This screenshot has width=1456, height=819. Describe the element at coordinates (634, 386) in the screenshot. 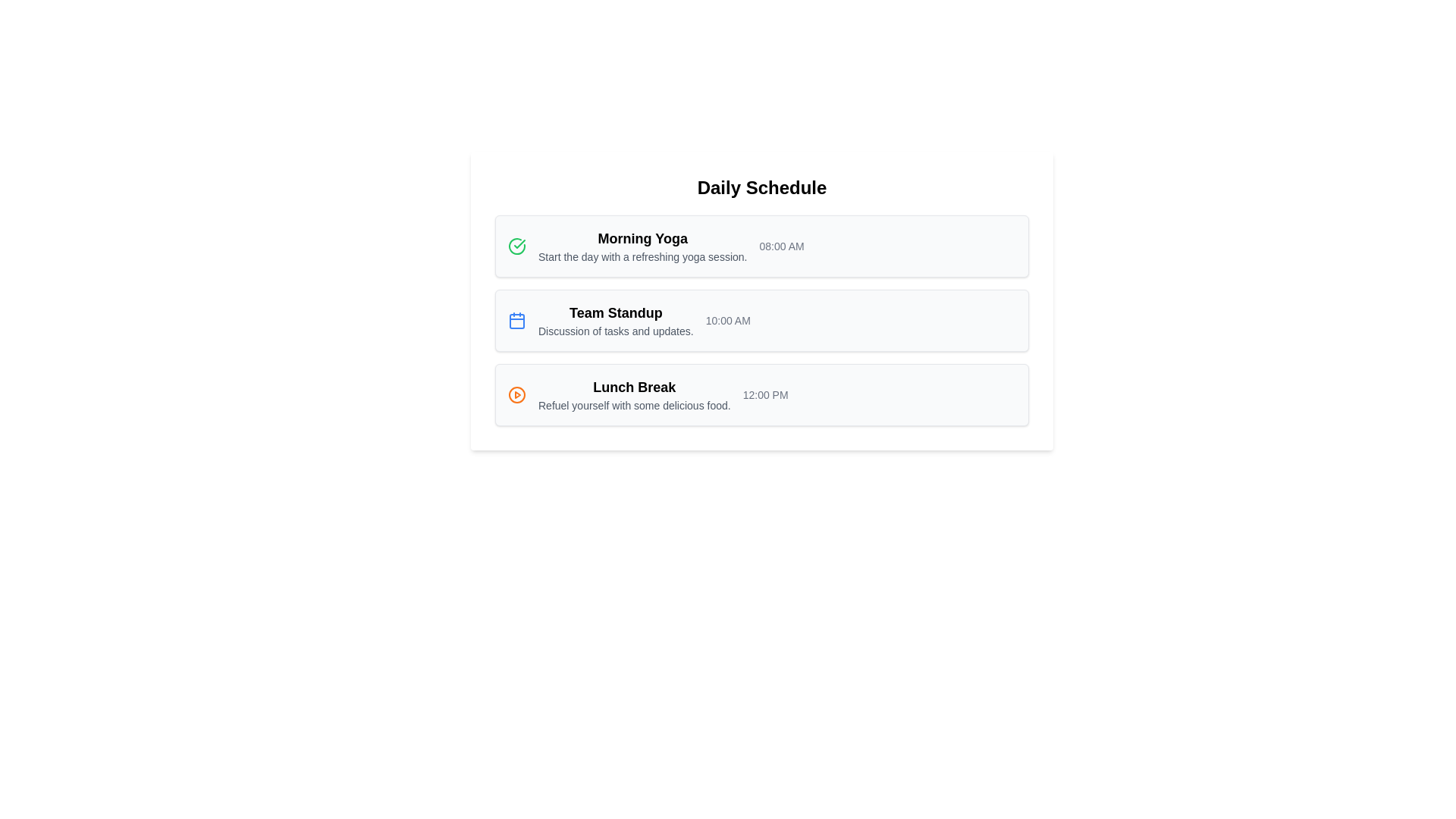

I see `the 'Lunch Break' text label which serves as a title in the daily schedule interface, positioned above the descriptive text and to the right of an orange icon` at that location.